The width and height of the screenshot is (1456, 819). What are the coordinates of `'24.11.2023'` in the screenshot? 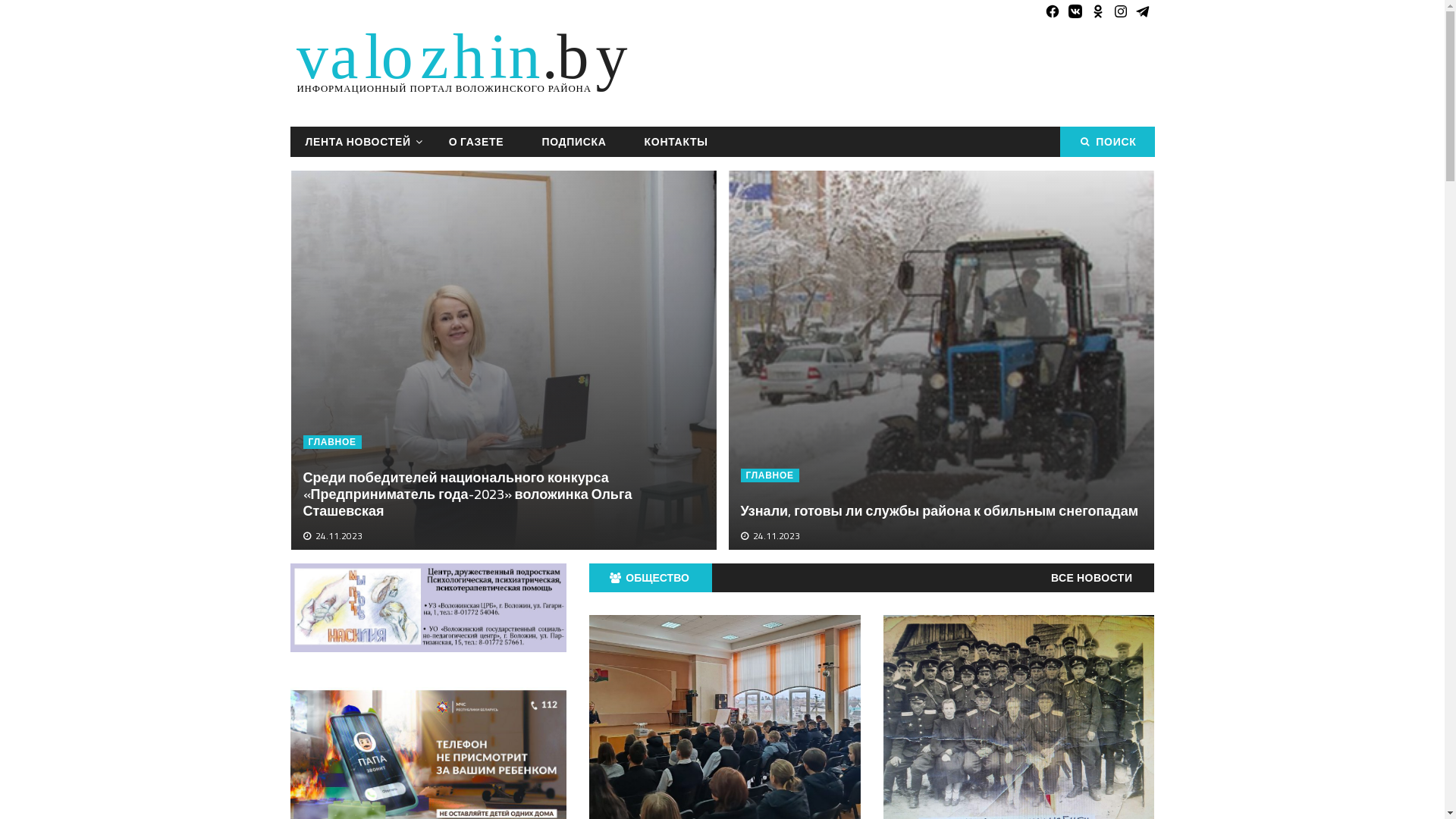 It's located at (337, 535).